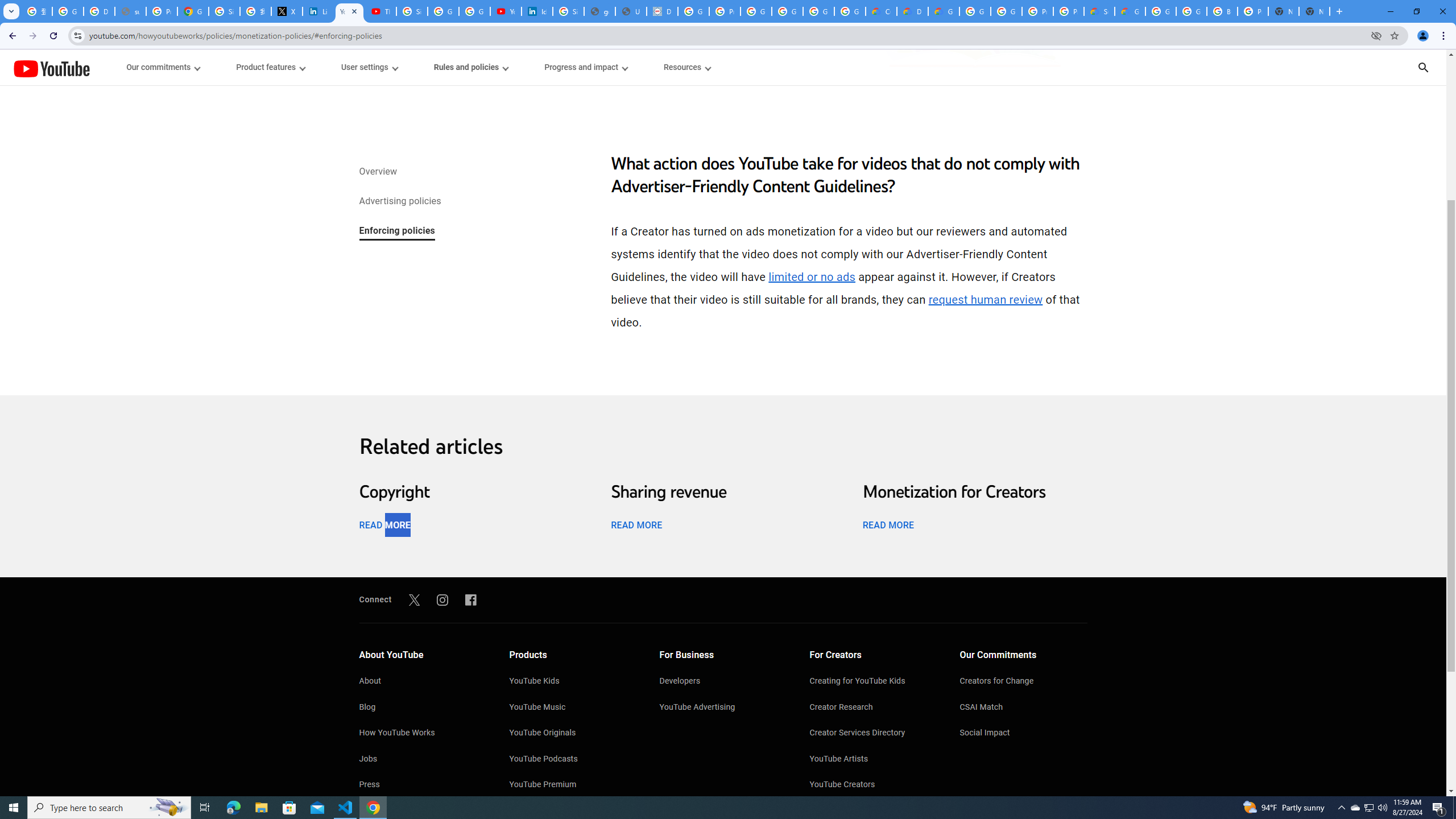 The height and width of the screenshot is (819, 1456). I want to click on 'YouTube Kids', so click(573, 681).